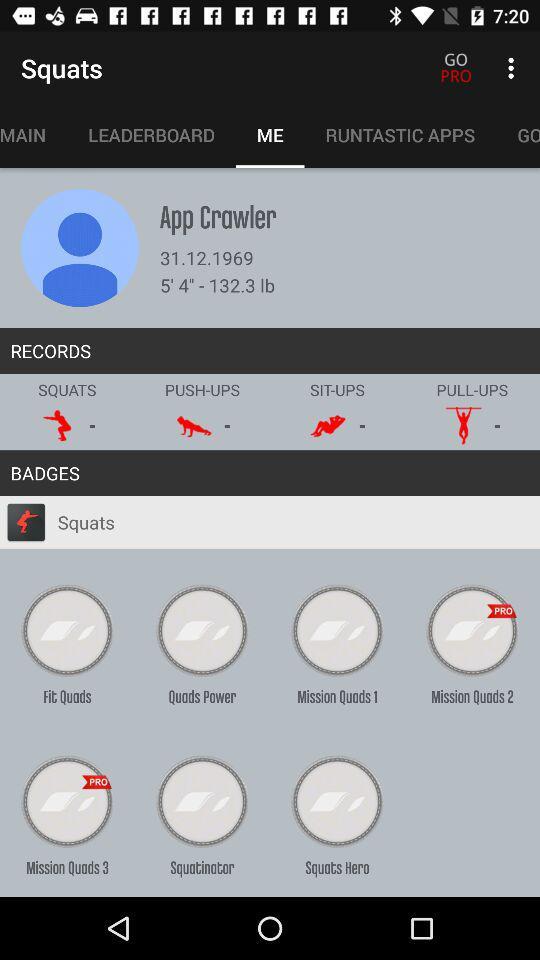 This screenshot has height=960, width=540. What do you see at coordinates (400, 134) in the screenshot?
I see `item to the left of go pro! item` at bounding box center [400, 134].